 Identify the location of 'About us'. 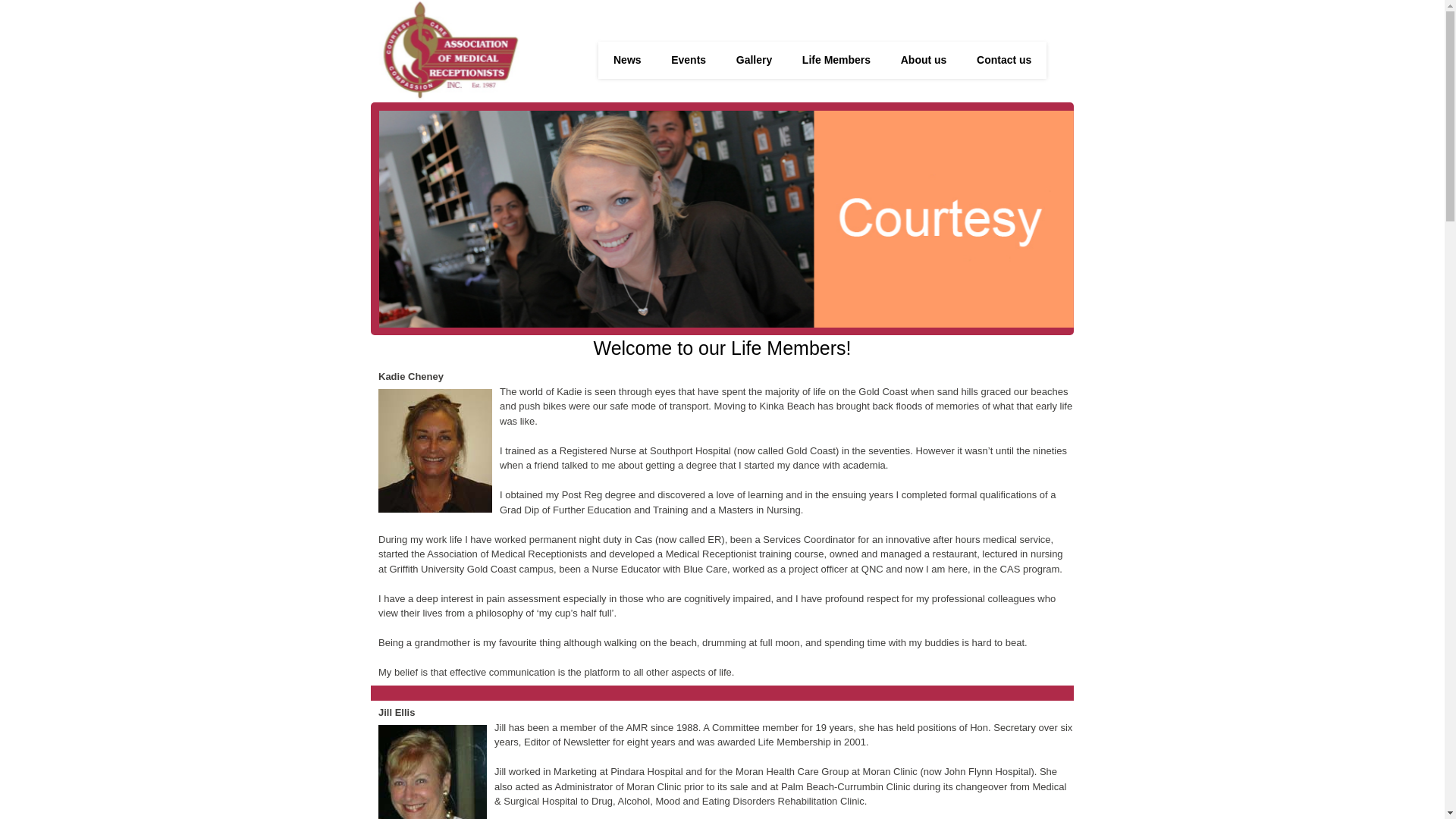
(921, 59).